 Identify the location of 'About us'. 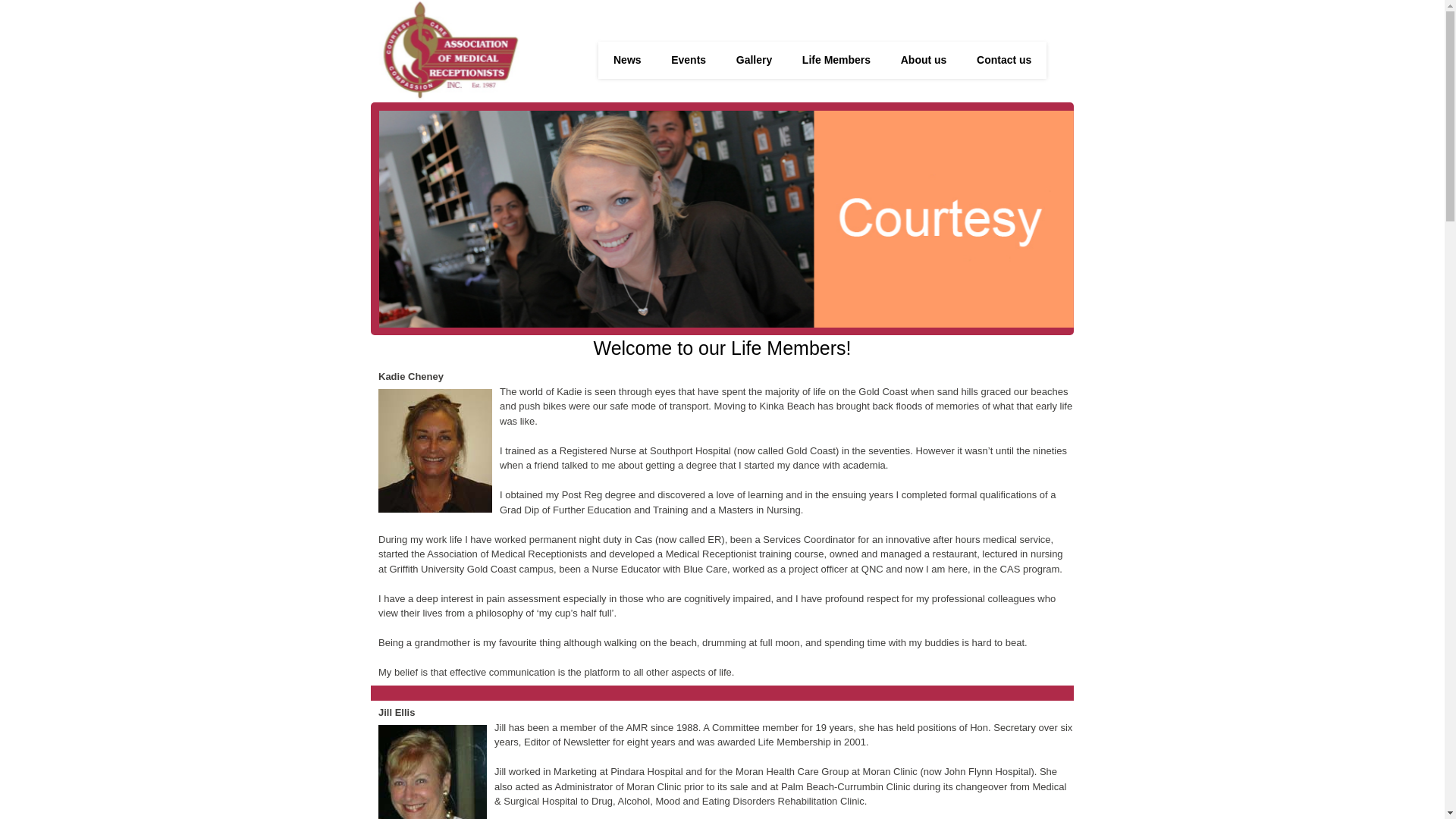
(921, 59).